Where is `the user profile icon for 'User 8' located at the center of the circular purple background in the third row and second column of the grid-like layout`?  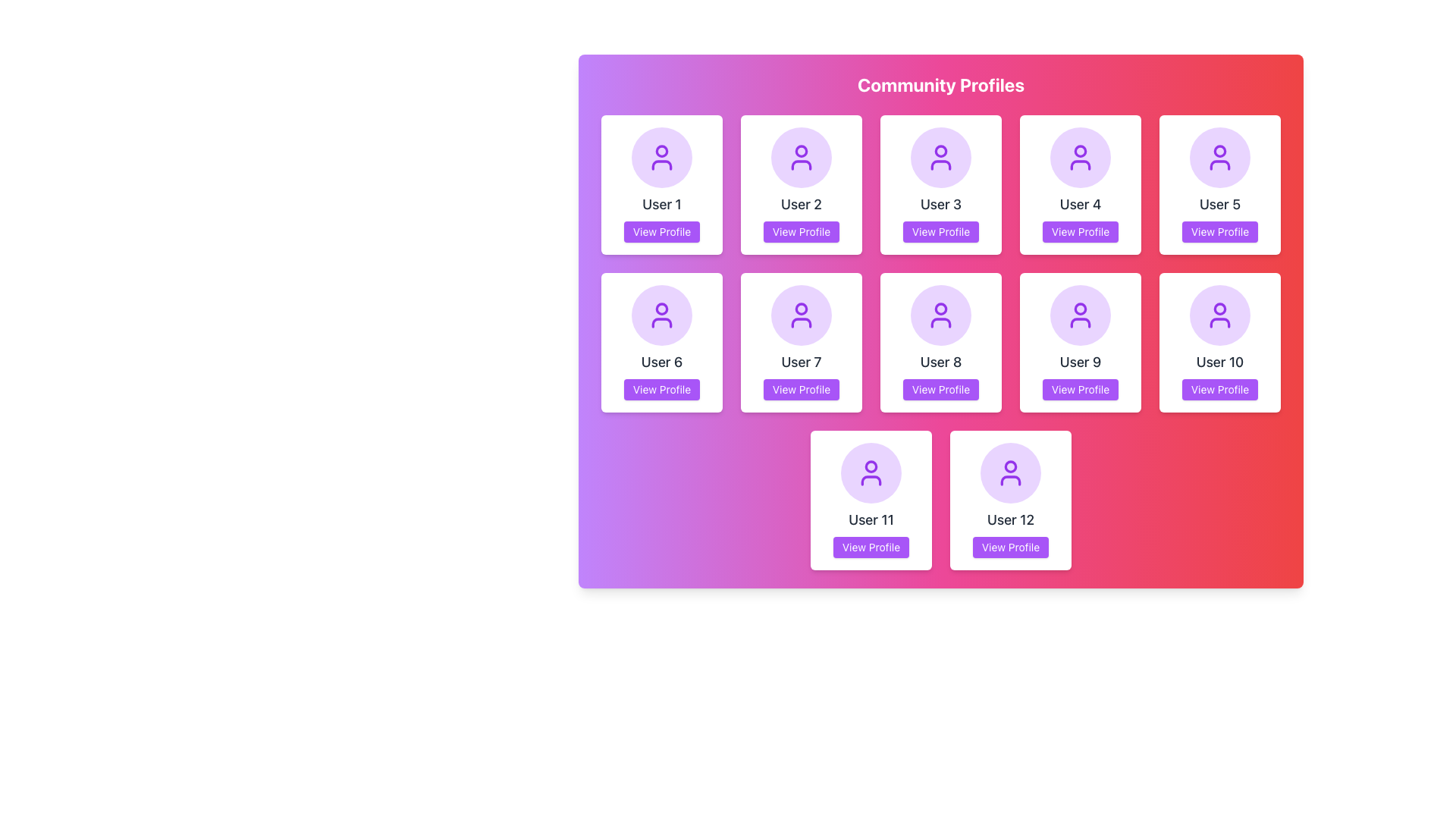 the user profile icon for 'User 8' located at the center of the circular purple background in the third row and second column of the grid-like layout is located at coordinates (940, 315).